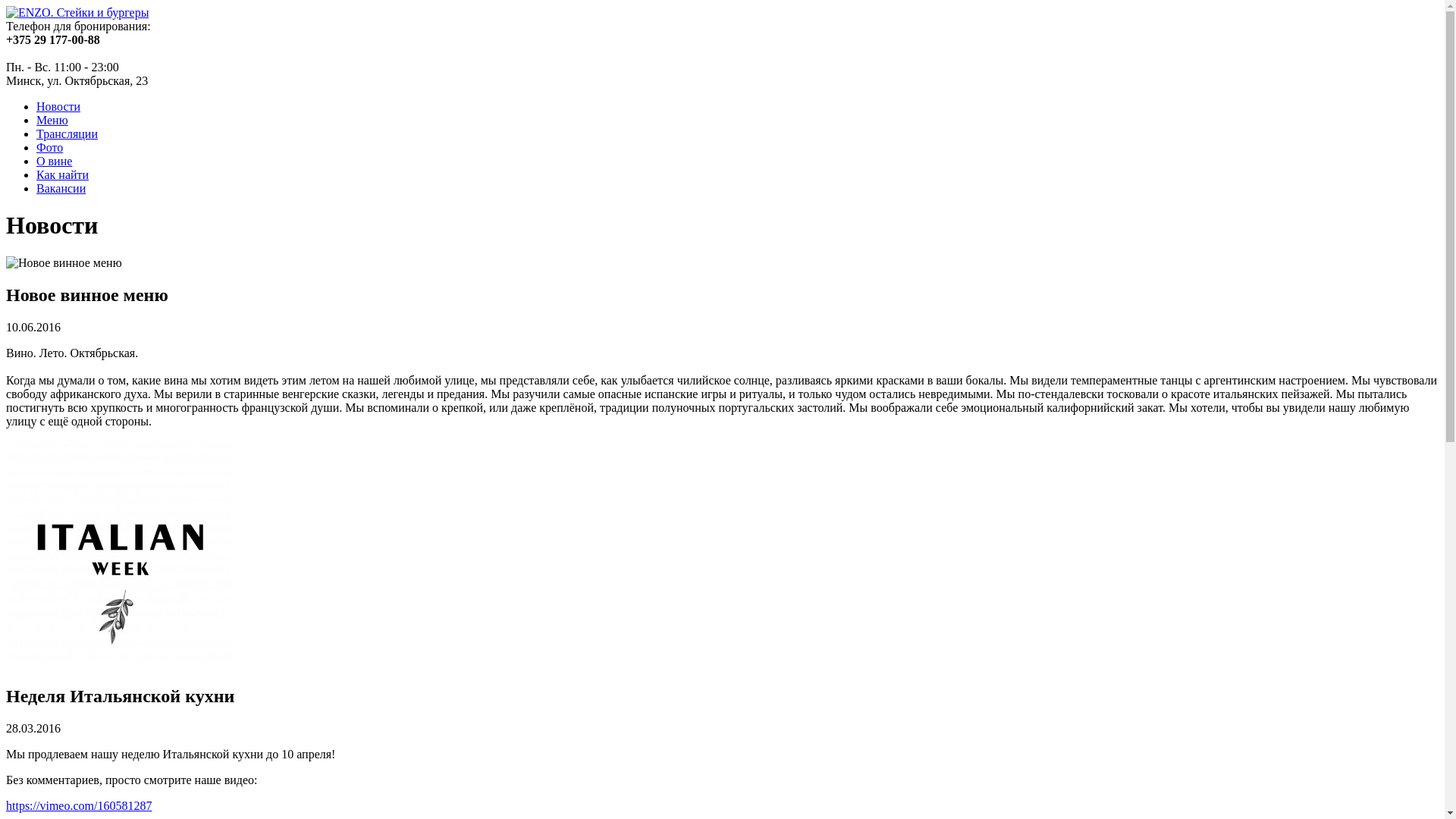  What do you see at coordinates (78, 805) in the screenshot?
I see `'https://vimeo.com/160581287'` at bounding box center [78, 805].